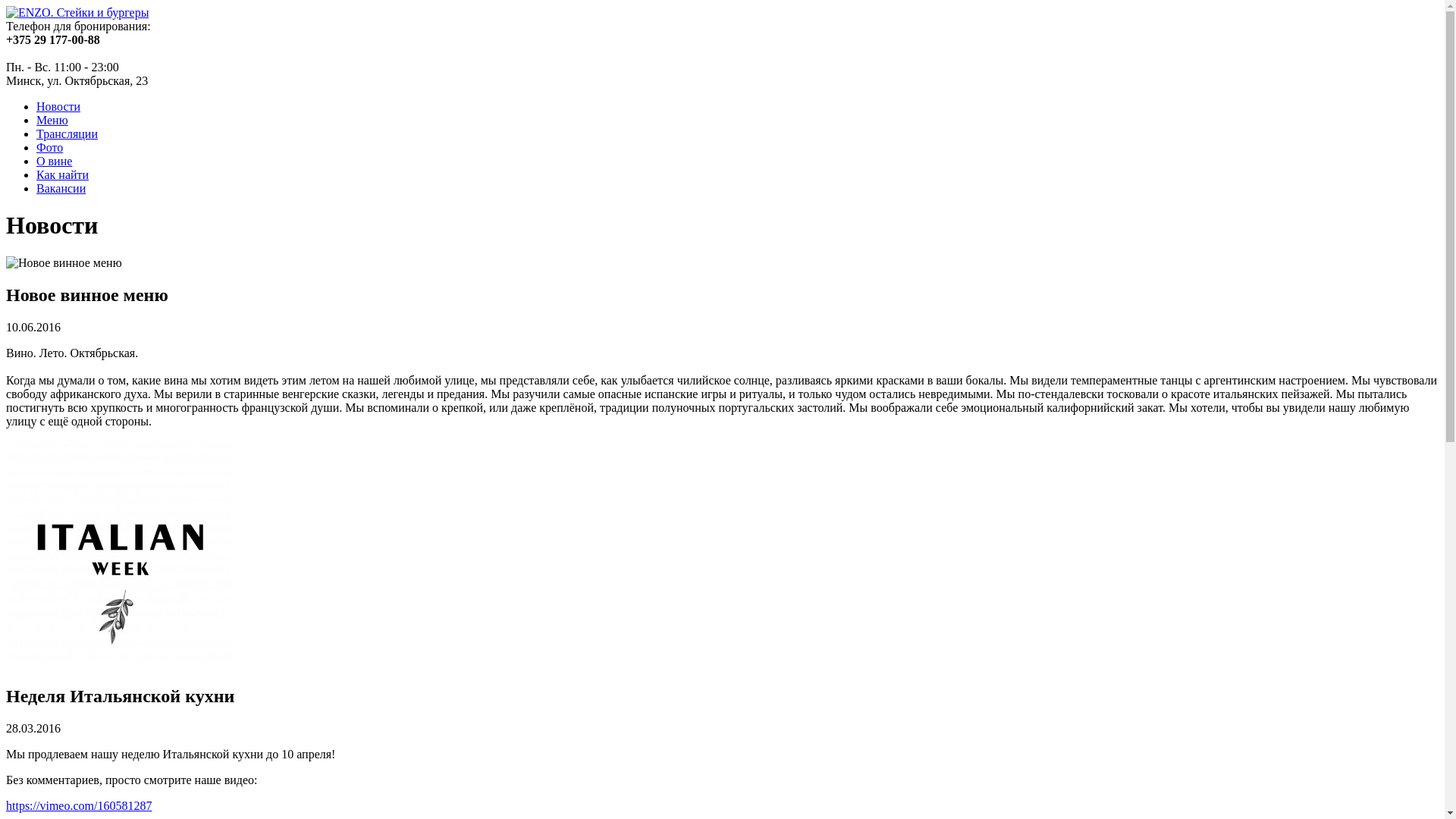  What do you see at coordinates (78, 805) in the screenshot?
I see `'https://vimeo.com/160581287'` at bounding box center [78, 805].